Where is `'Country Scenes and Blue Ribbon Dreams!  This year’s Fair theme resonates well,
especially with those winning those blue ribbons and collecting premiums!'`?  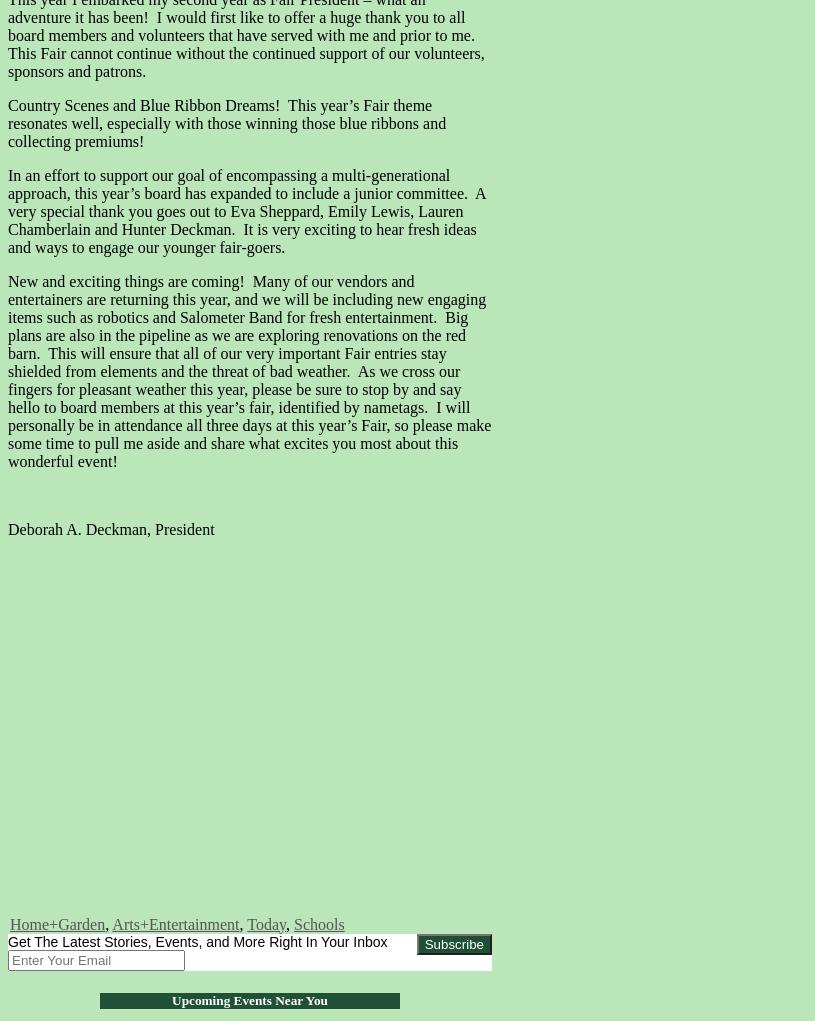
'Country Scenes and Blue Ribbon Dreams!  This year’s Fair theme resonates well,
especially with those winning those blue ribbons and collecting premiums!' is located at coordinates (226, 122).